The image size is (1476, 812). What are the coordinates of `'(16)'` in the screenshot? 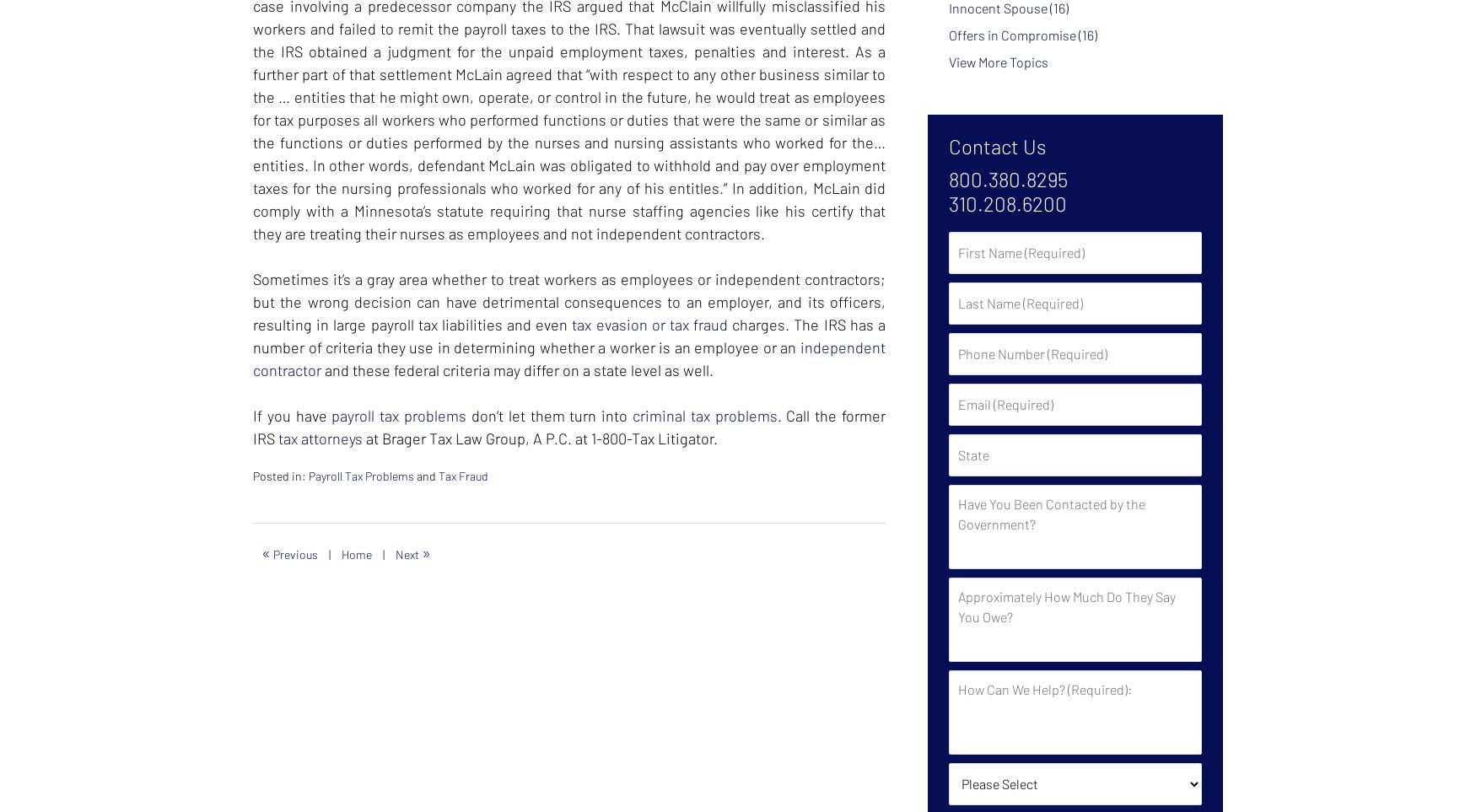 It's located at (1086, 33).